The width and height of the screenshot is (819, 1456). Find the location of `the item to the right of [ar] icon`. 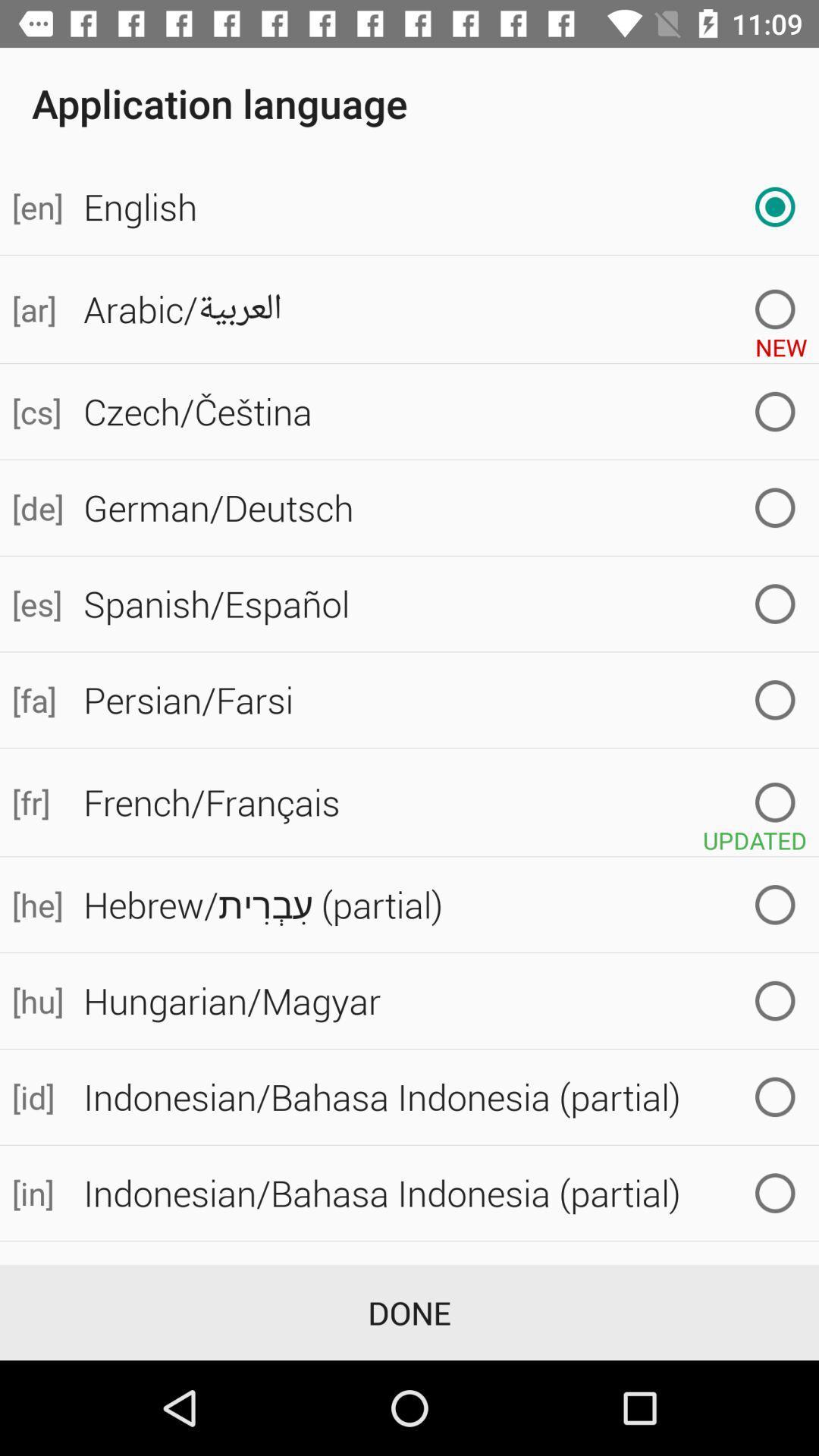

the item to the right of [ar] icon is located at coordinates (444, 309).